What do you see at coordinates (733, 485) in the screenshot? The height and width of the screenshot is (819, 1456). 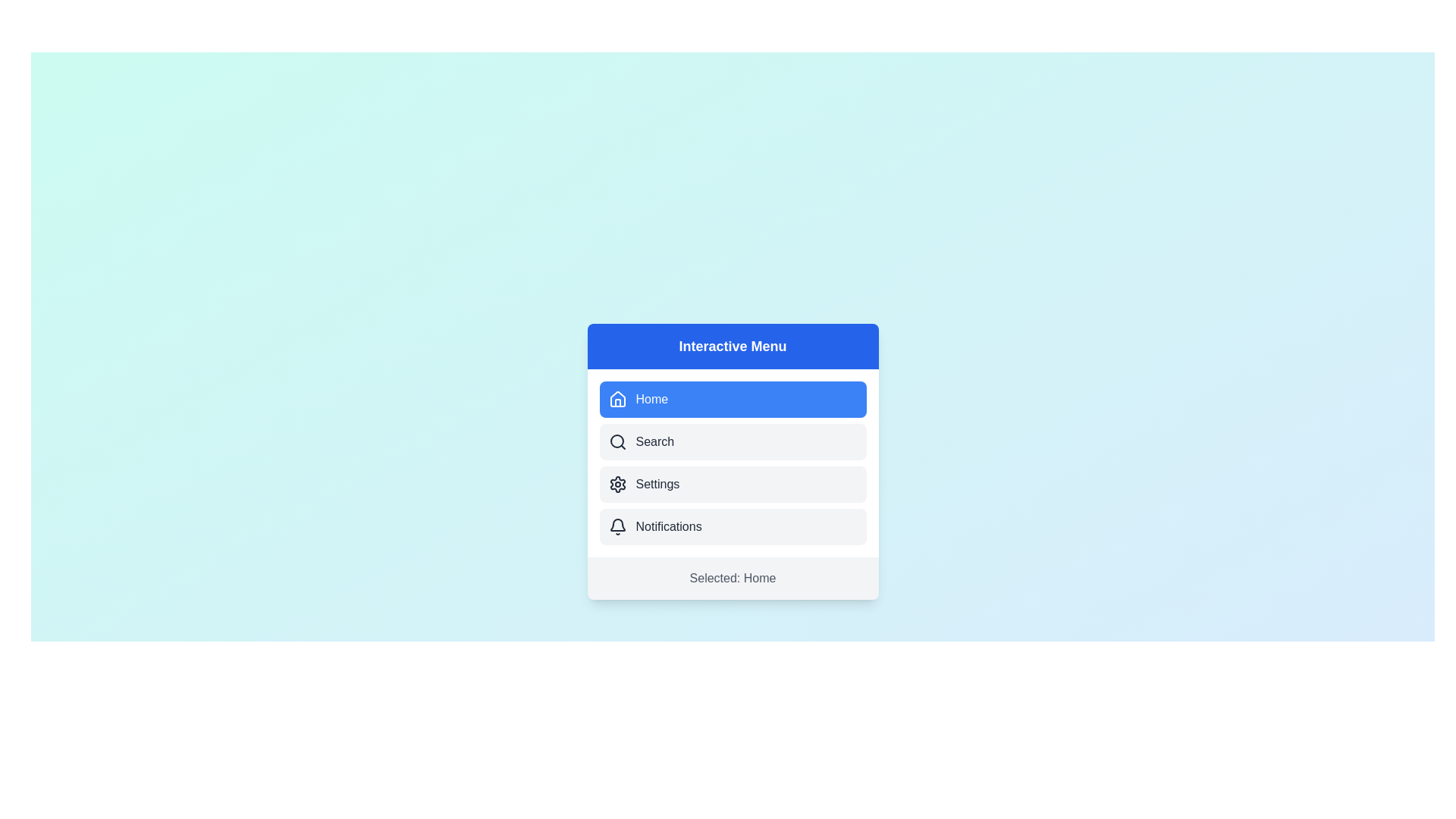 I see `the menu item Settings from the menu` at bounding box center [733, 485].